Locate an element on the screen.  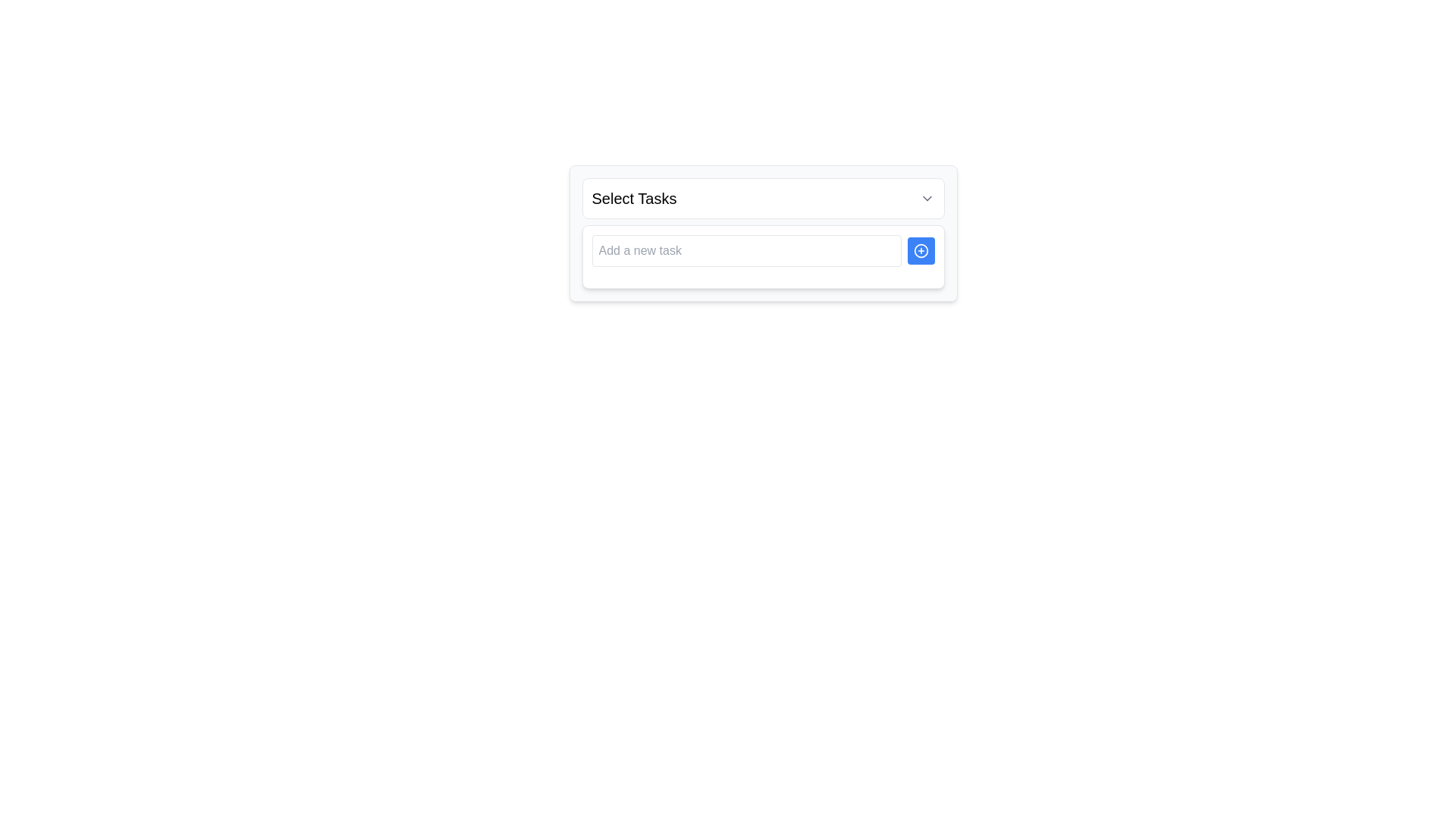
the dropdown trigger button labeled 'Select Tasks' is located at coordinates (763, 198).